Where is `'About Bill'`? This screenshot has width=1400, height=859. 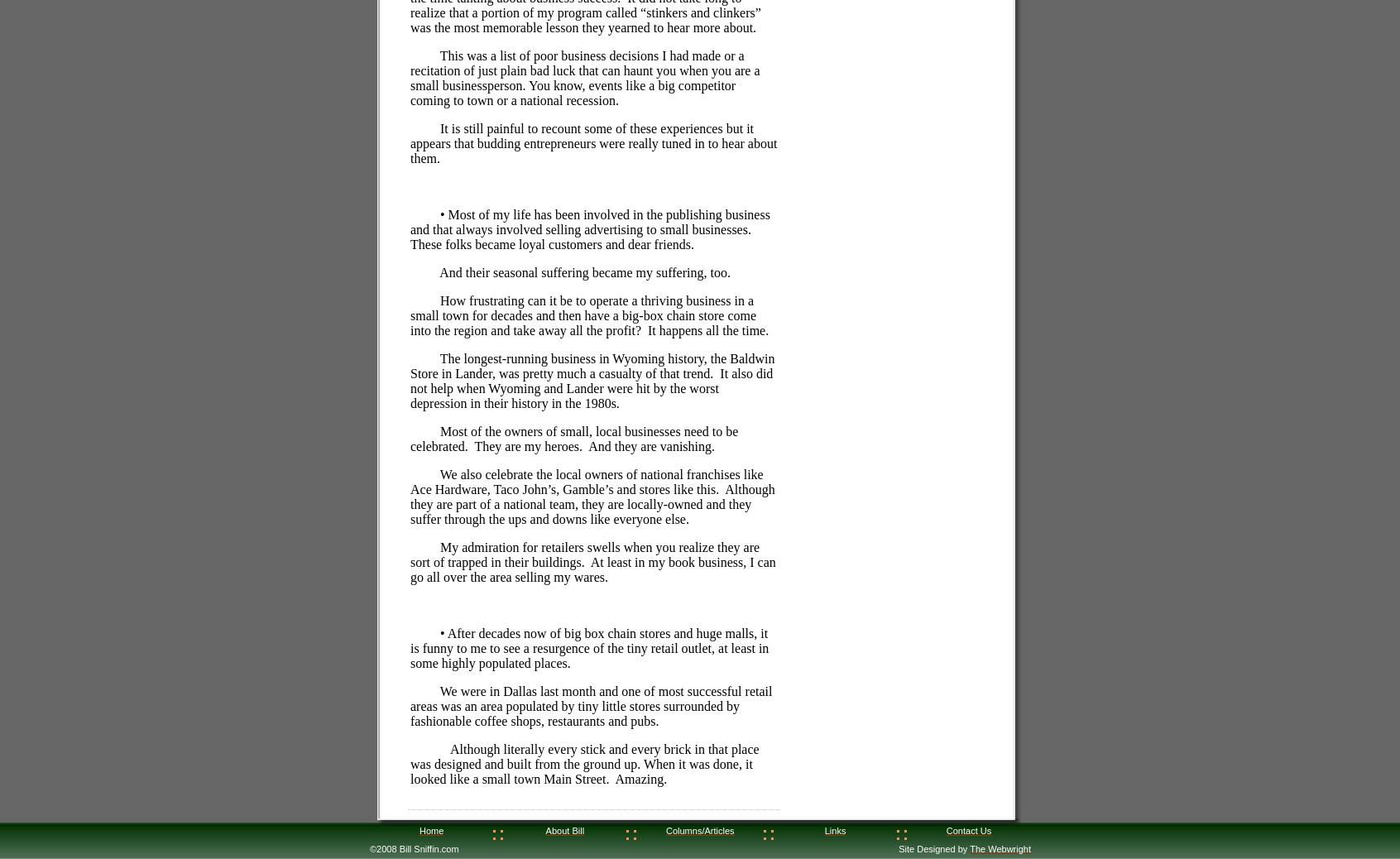 'About Bill' is located at coordinates (564, 830).